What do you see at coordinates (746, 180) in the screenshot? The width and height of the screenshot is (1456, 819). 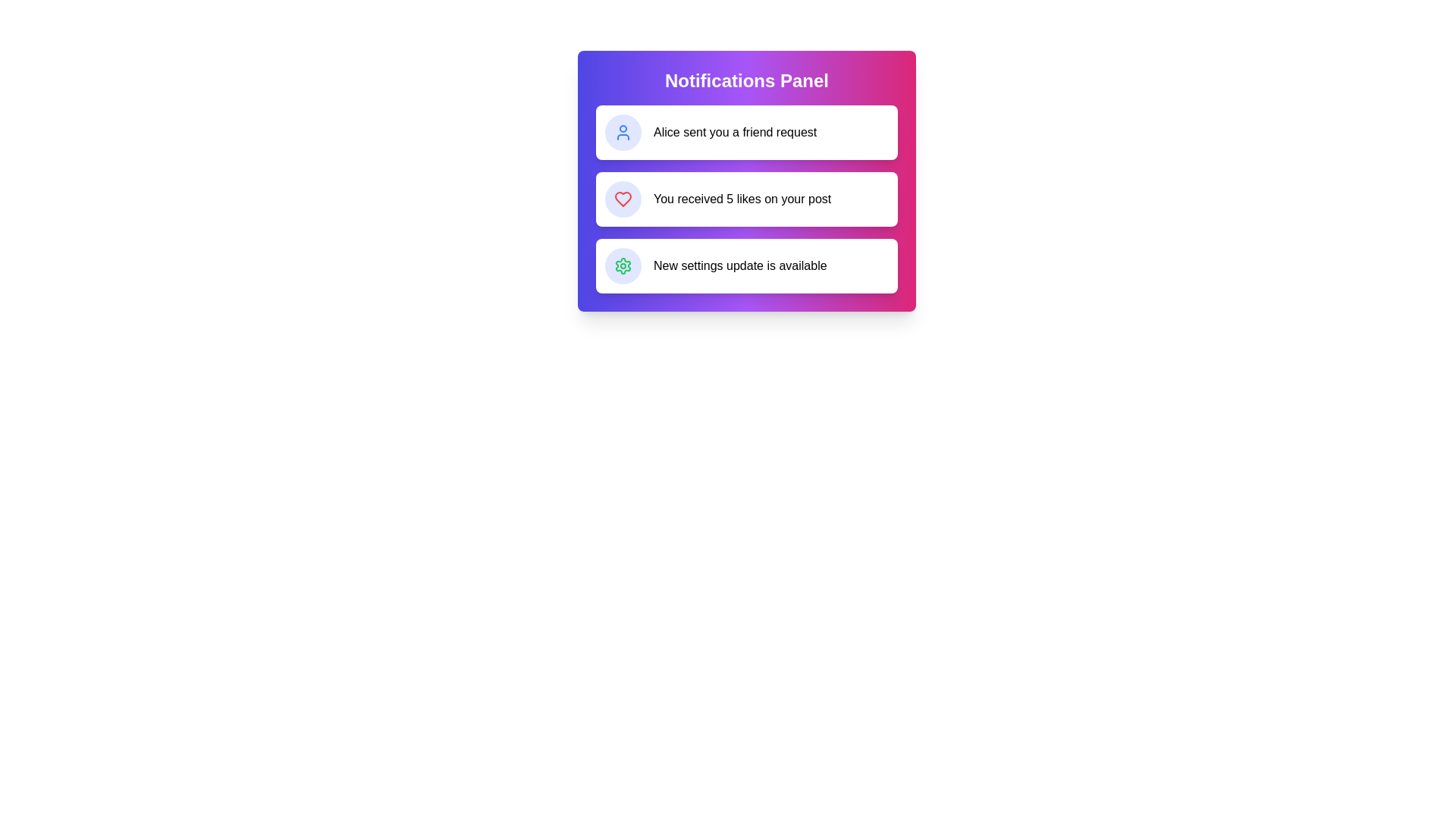 I see `the second notification in the notification section` at bounding box center [746, 180].